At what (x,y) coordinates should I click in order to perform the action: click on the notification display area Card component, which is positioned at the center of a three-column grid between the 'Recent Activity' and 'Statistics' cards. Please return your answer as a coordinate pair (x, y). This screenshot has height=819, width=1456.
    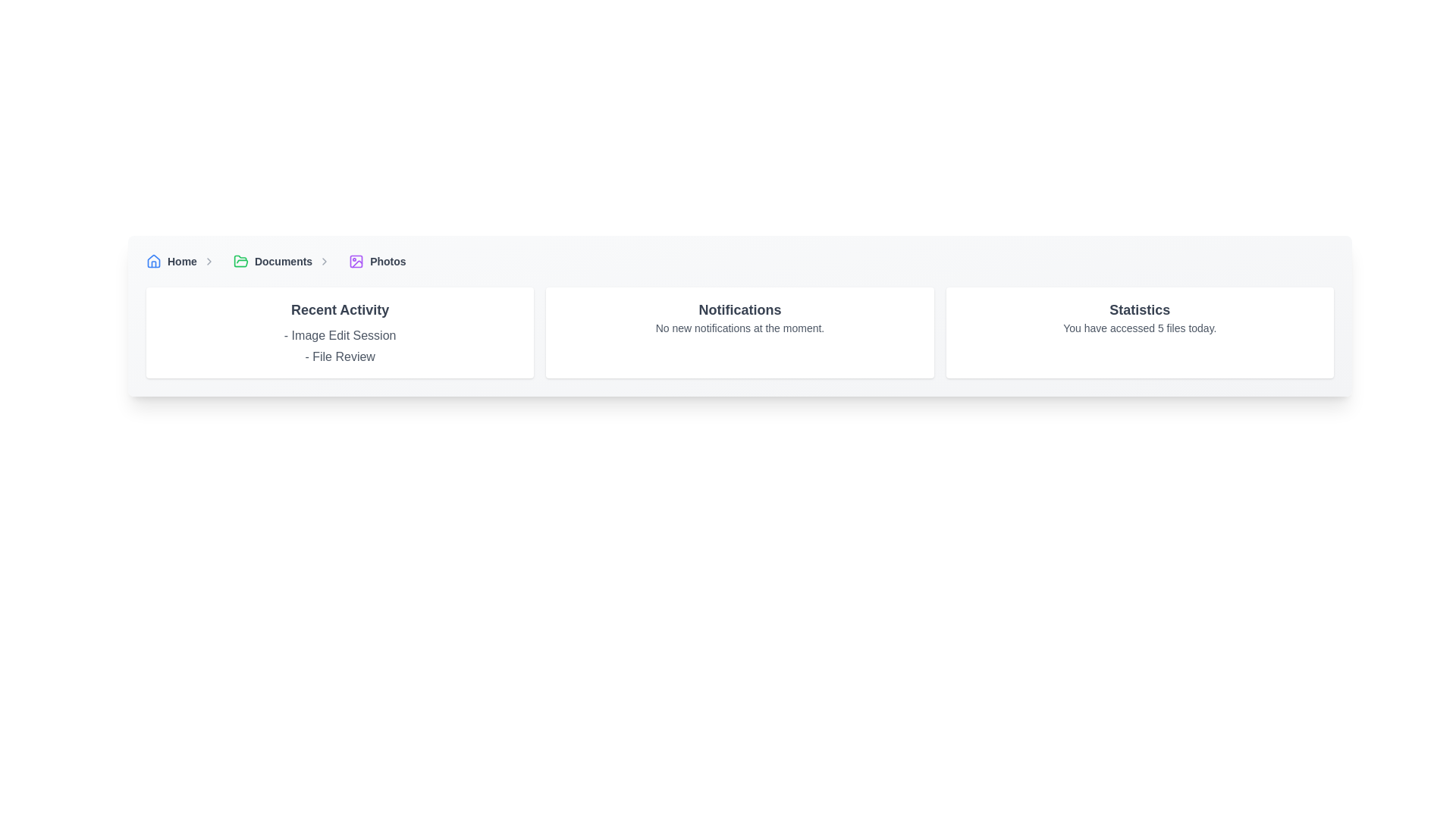
    Looking at the image, I should click on (739, 332).